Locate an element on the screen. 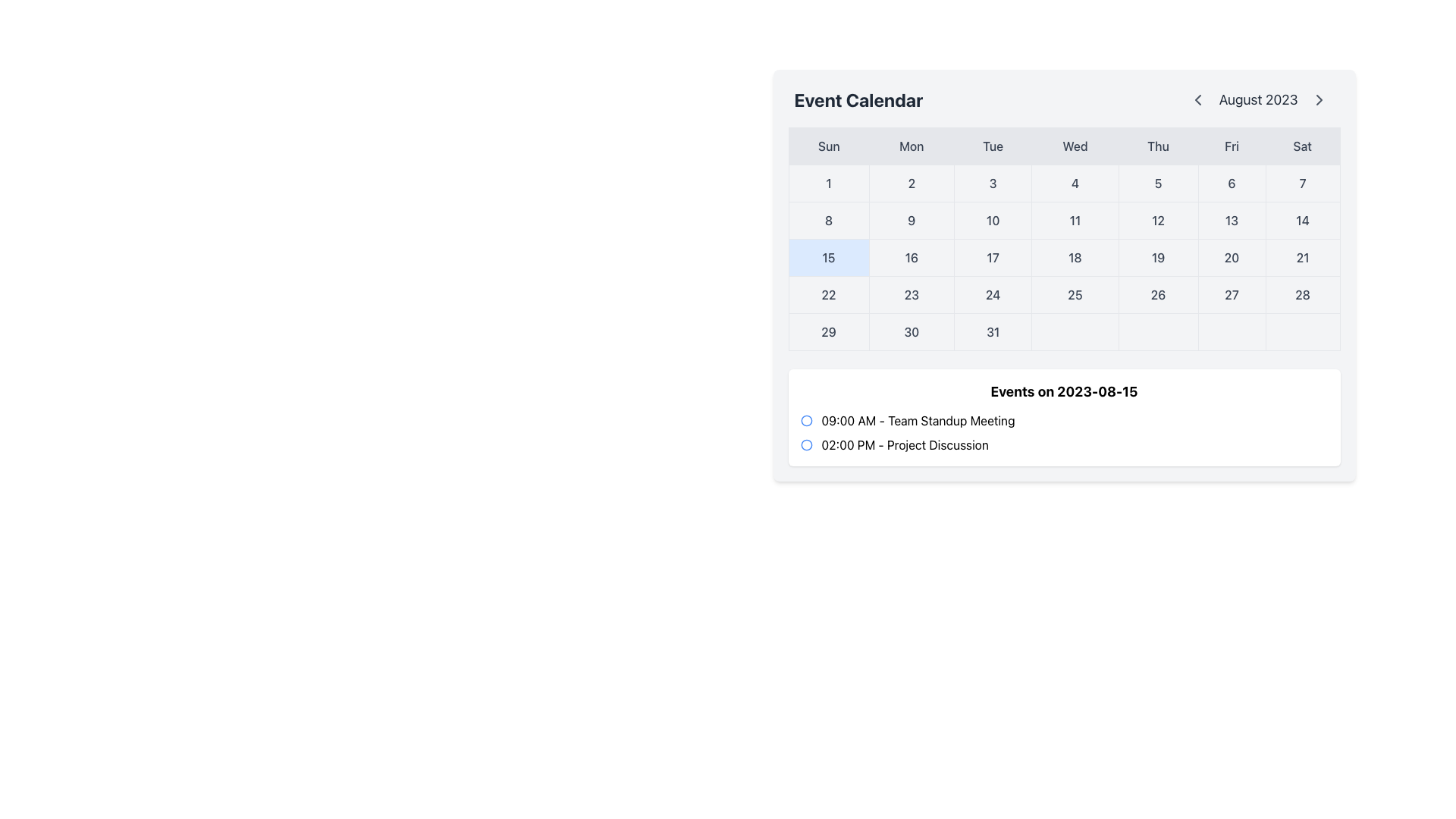 The width and height of the screenshot is (1456, 819). the Day entry element displaying the text '28' in the calendar grid is located at coordinates (1302, 295).